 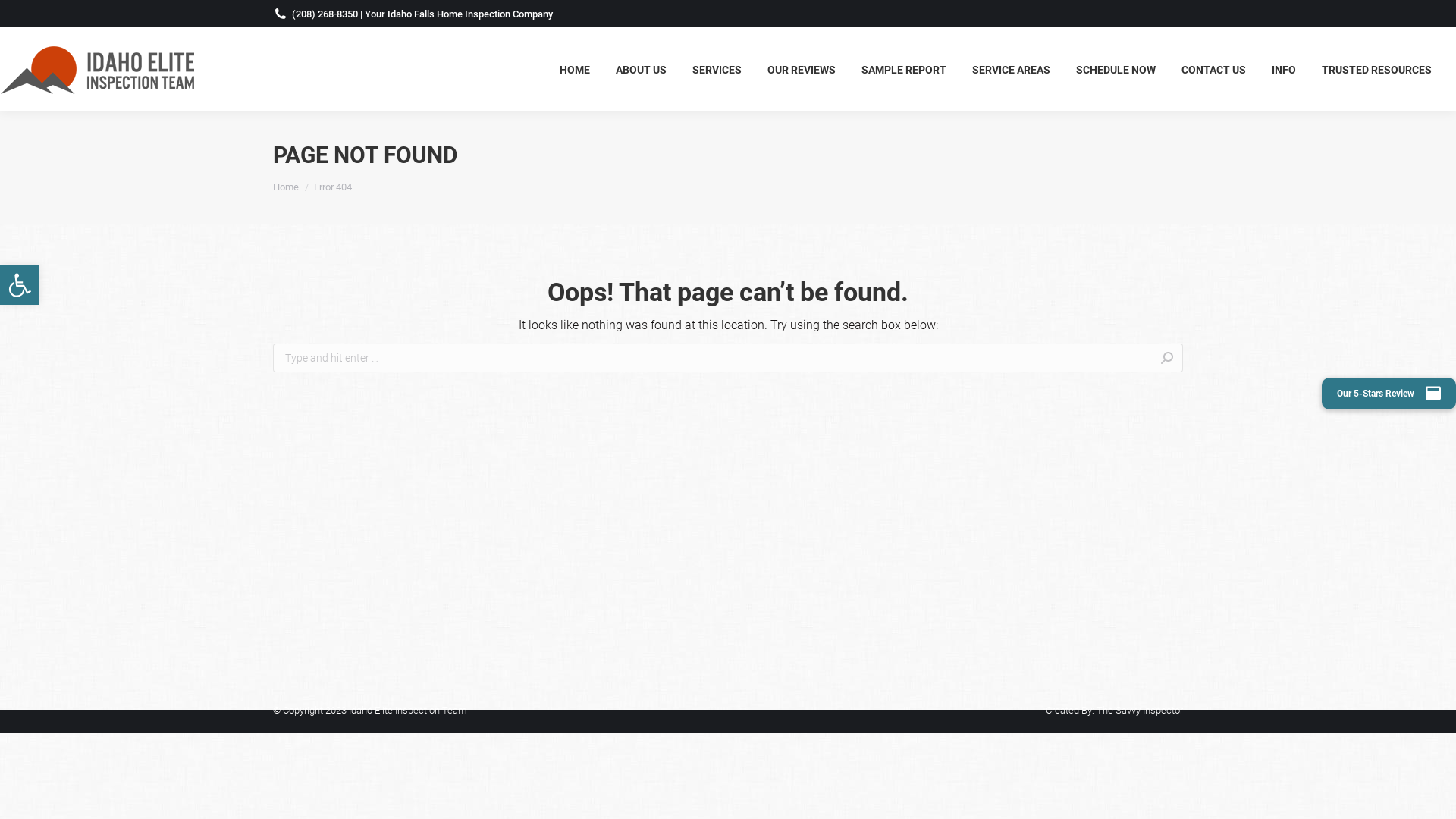 What do you see at coordinates (19, 284) in the screenshot?
I see `'Open toolbar` at bounding box center [19, 284].